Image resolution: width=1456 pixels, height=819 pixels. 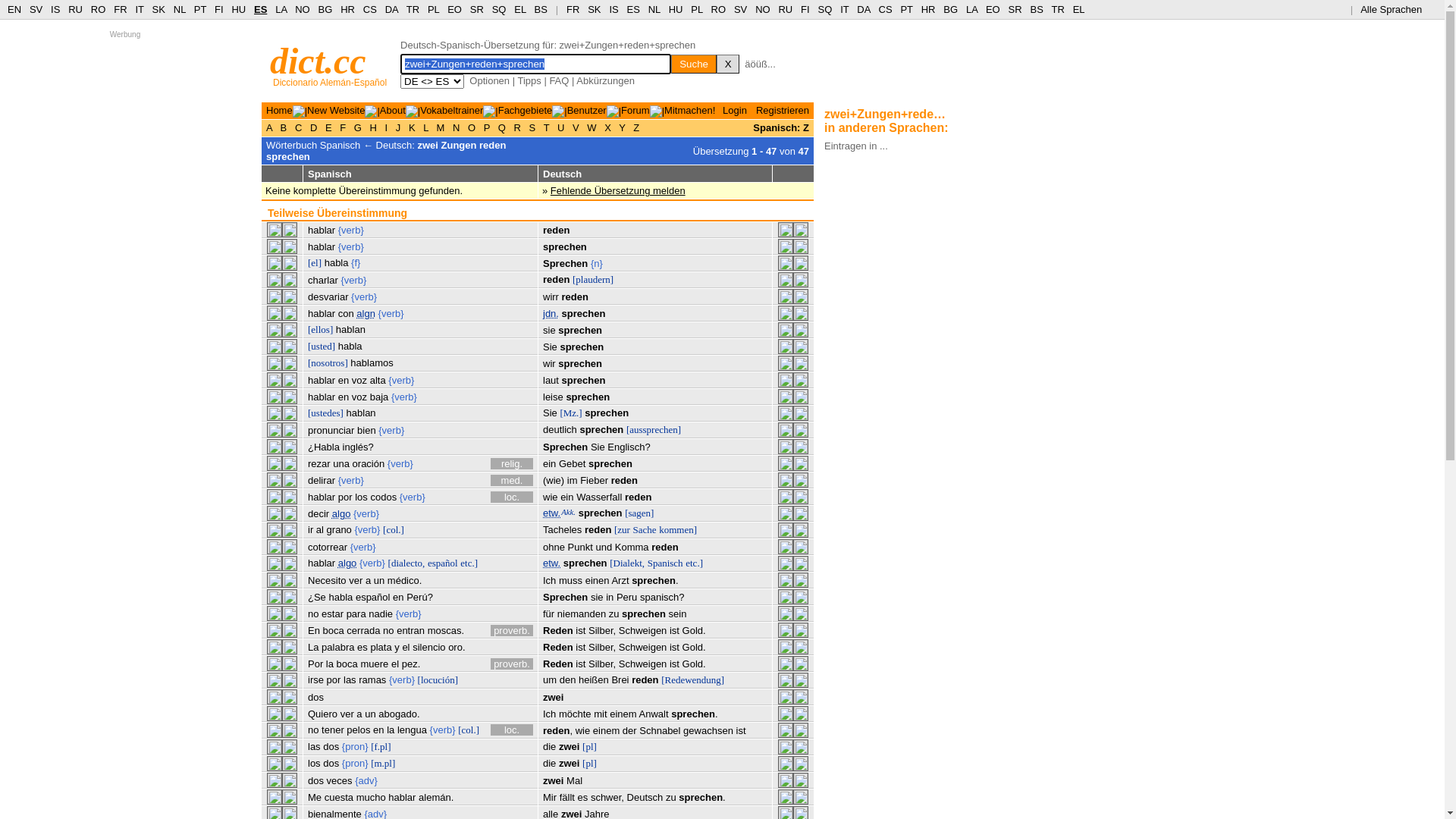 I want to click on 'el', so click(x=395, y=663).